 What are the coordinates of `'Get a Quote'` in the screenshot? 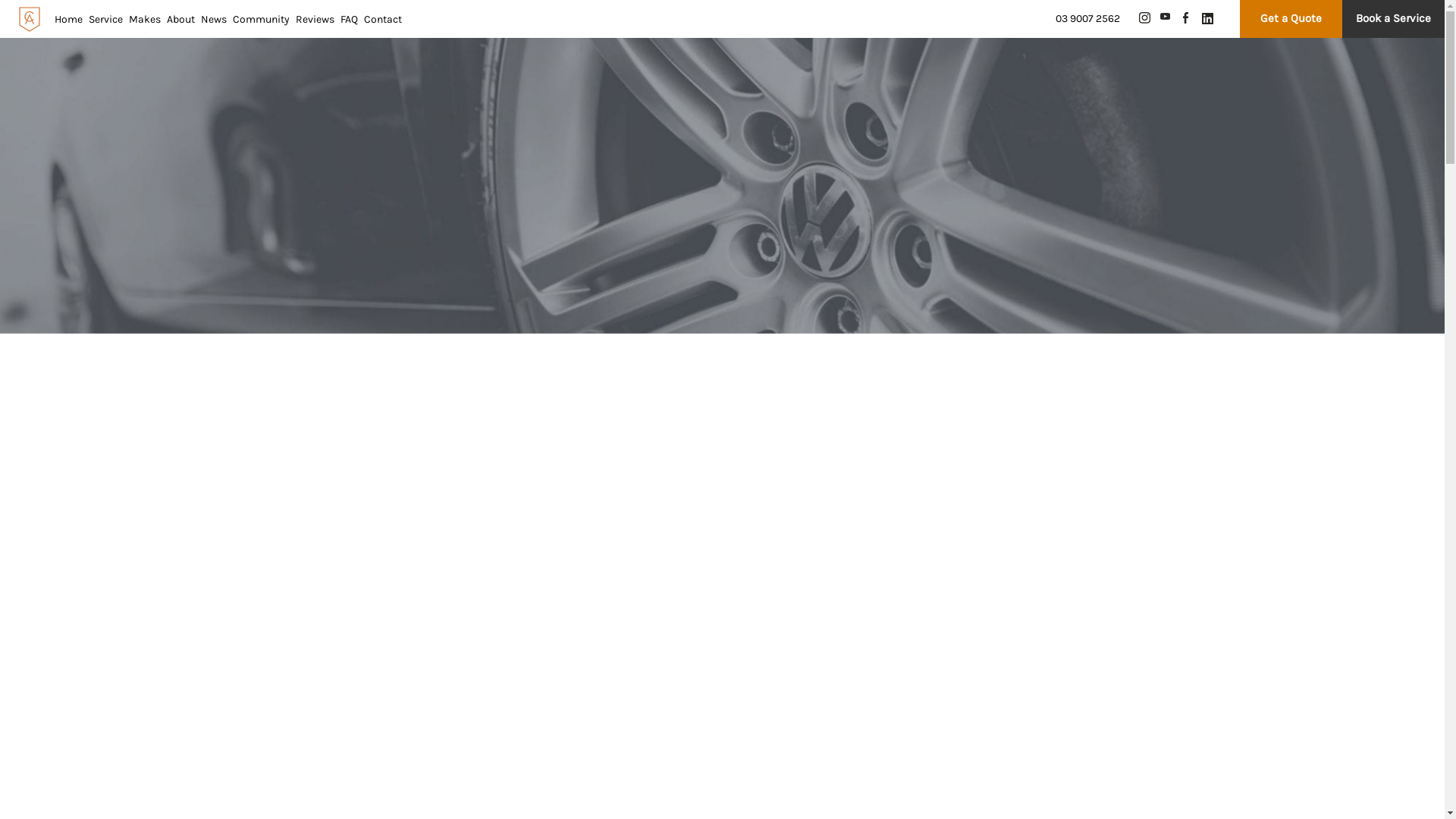 It's located at (1290, 17).